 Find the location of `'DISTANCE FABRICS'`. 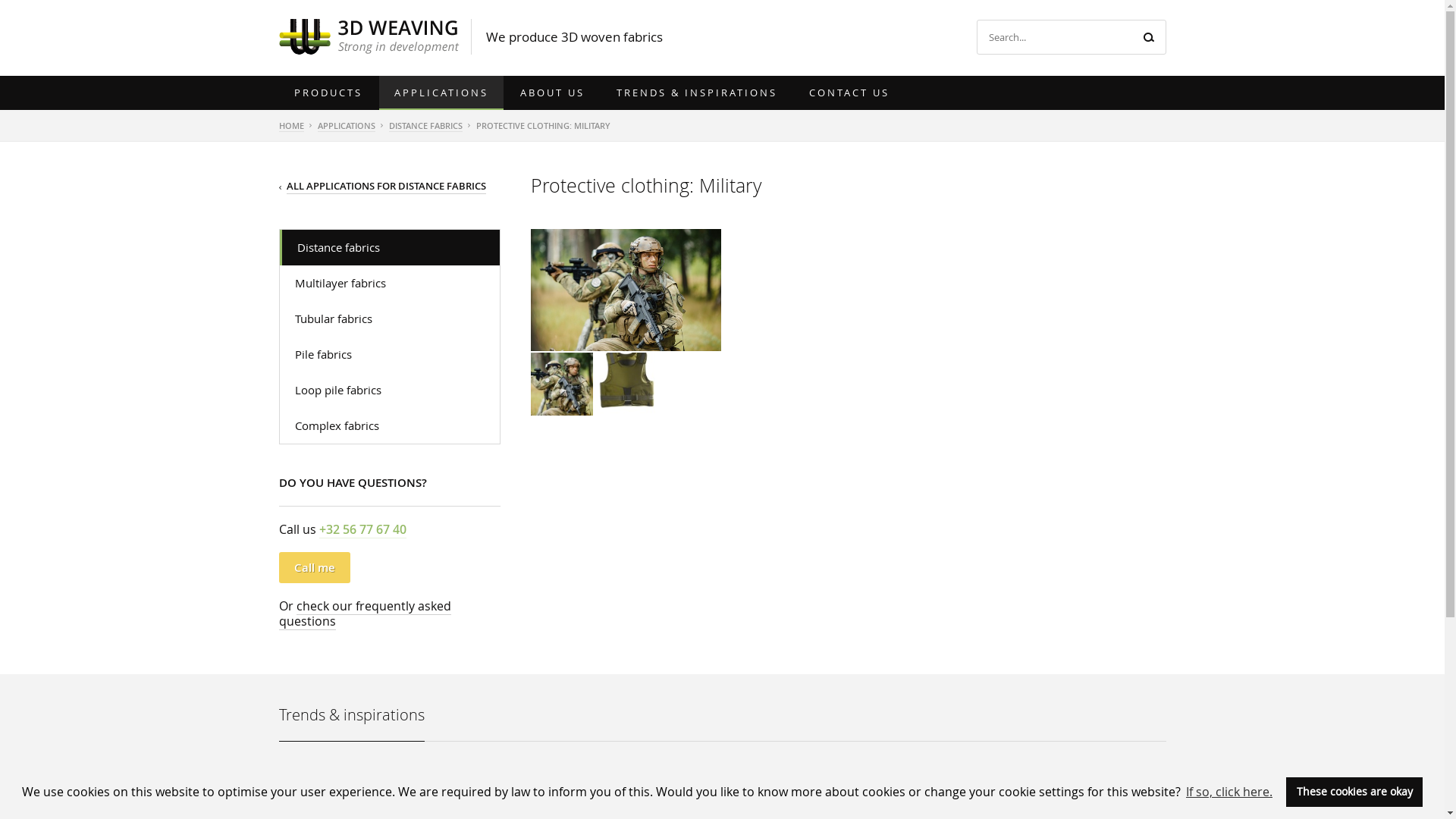

'DISTANCE FABRICS' is located at coordinates (388, 124).